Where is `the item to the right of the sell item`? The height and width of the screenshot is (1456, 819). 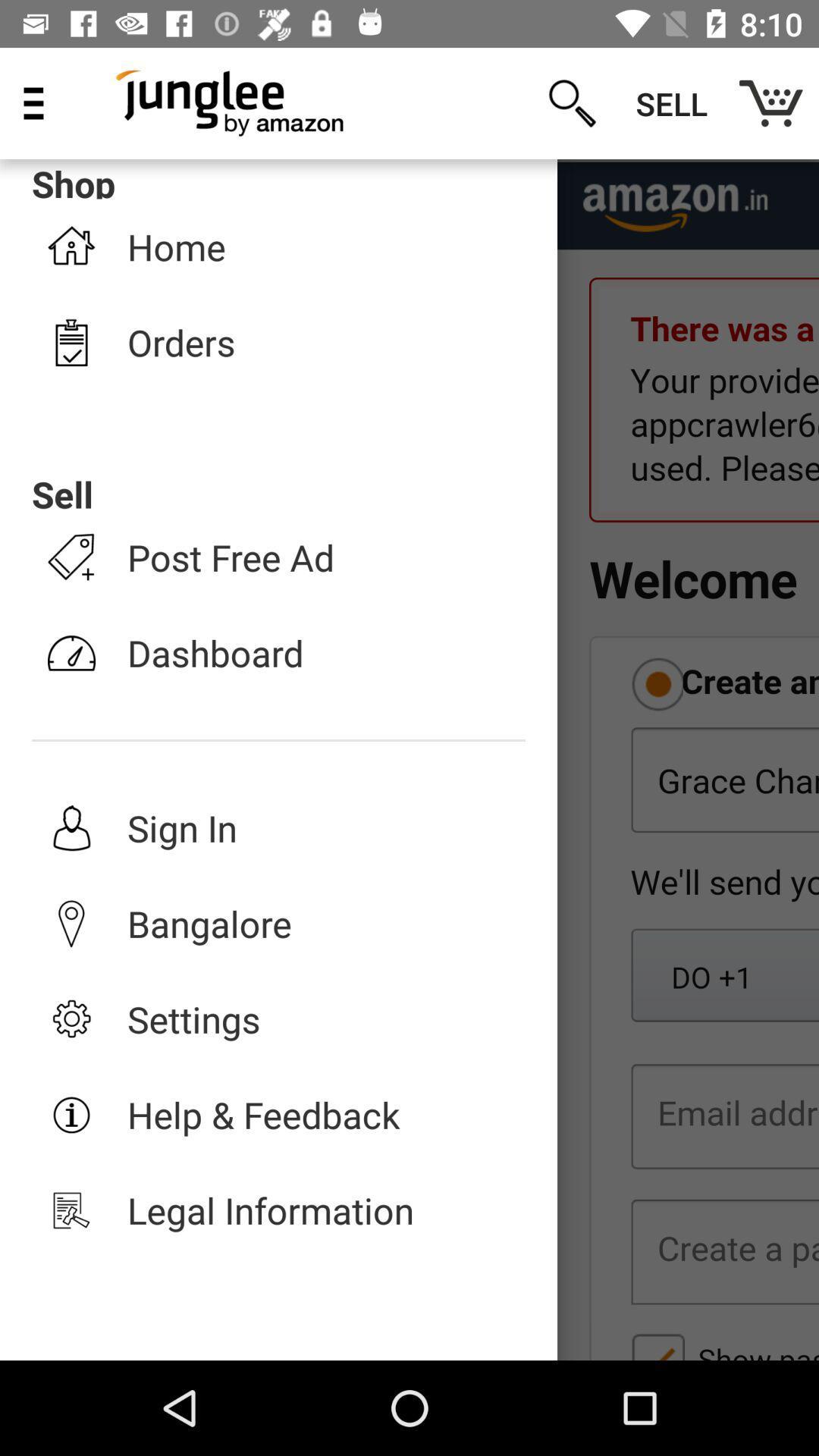
the item to the right of the sell item is located at coordinates (771, 102).